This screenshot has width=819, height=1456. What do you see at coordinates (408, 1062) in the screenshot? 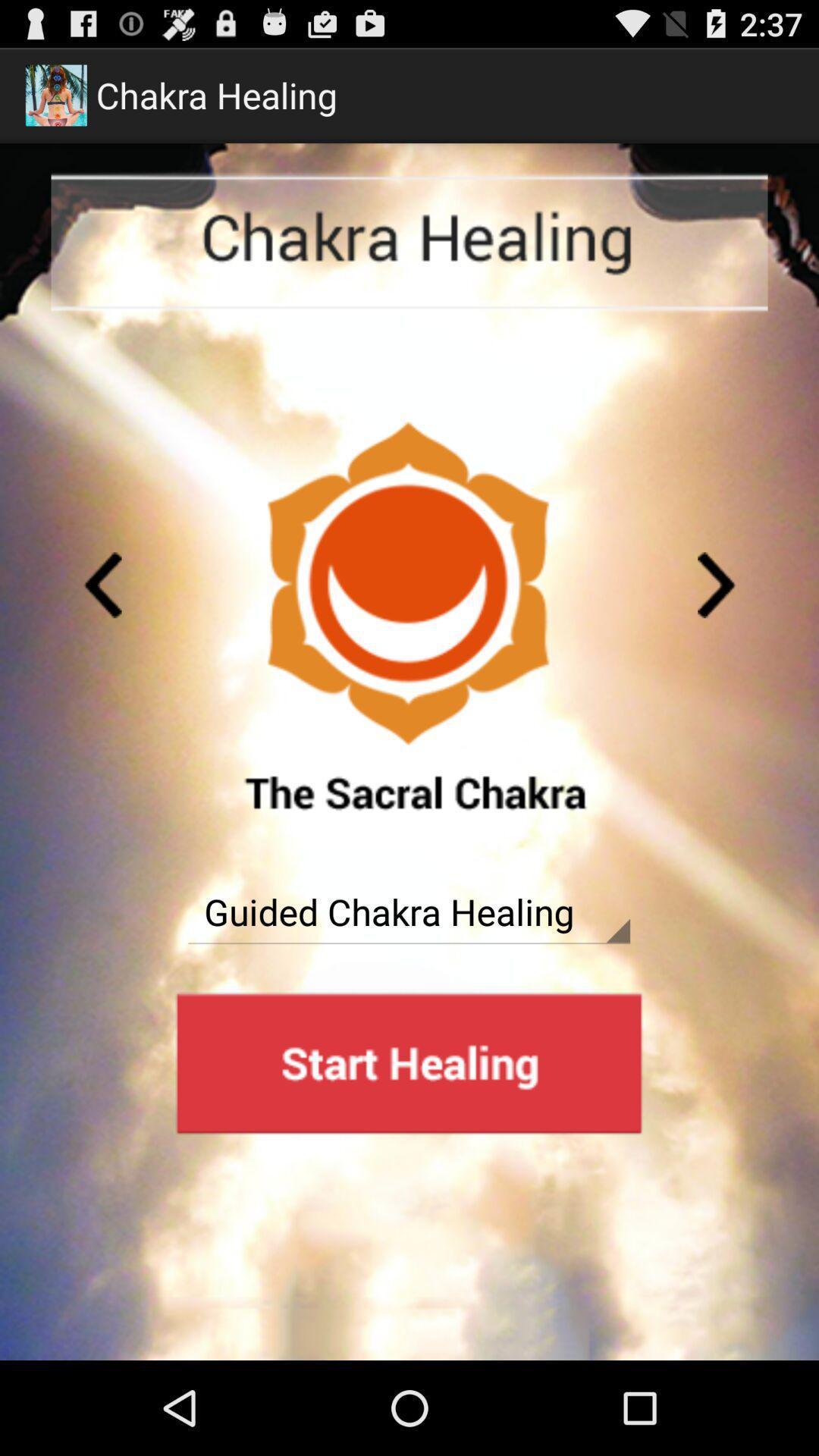
I see `advertisement page` at bounding box center [408, 1062].